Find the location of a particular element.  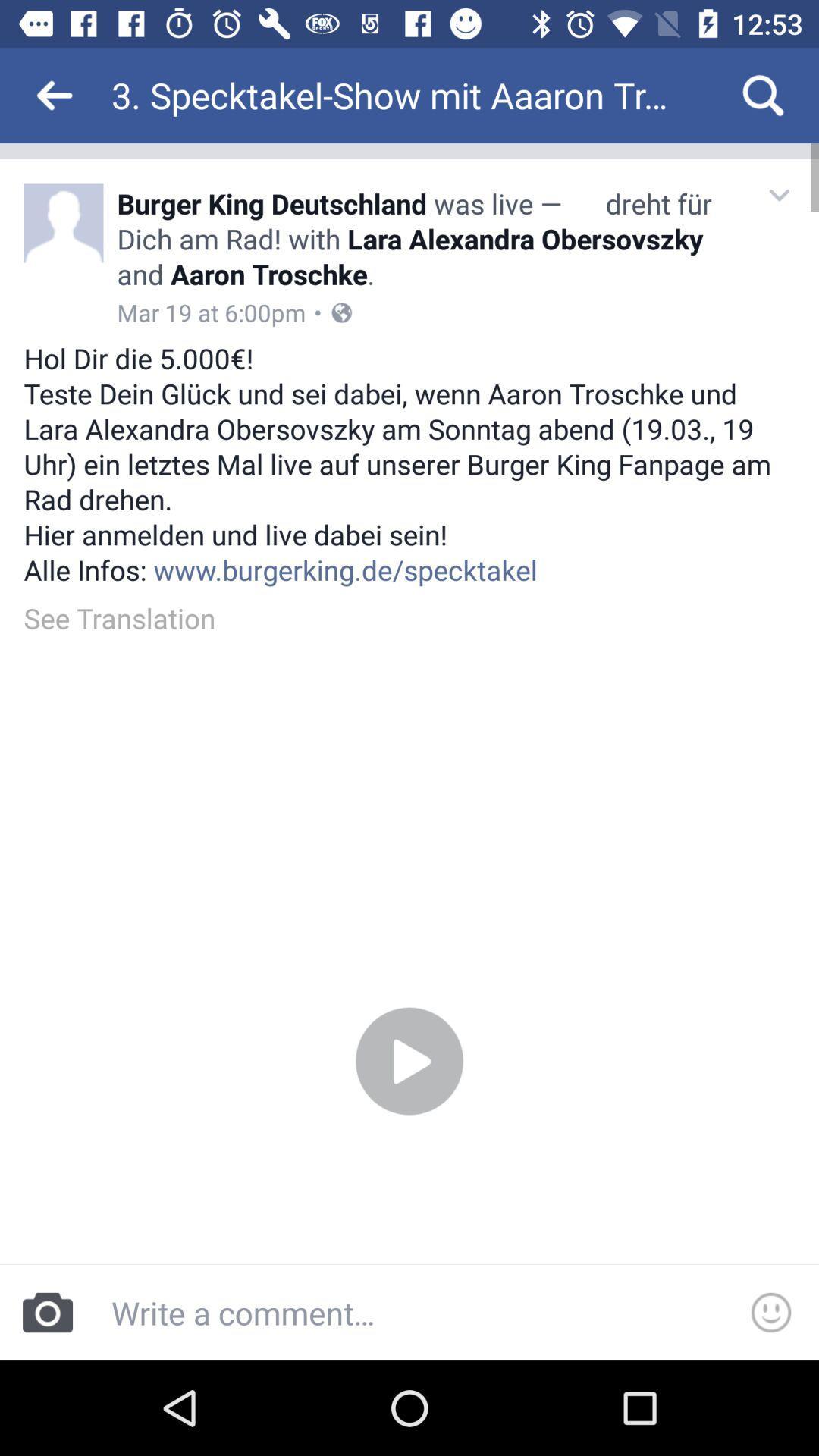

the emoji icon is located at coordinates (771, 1312).